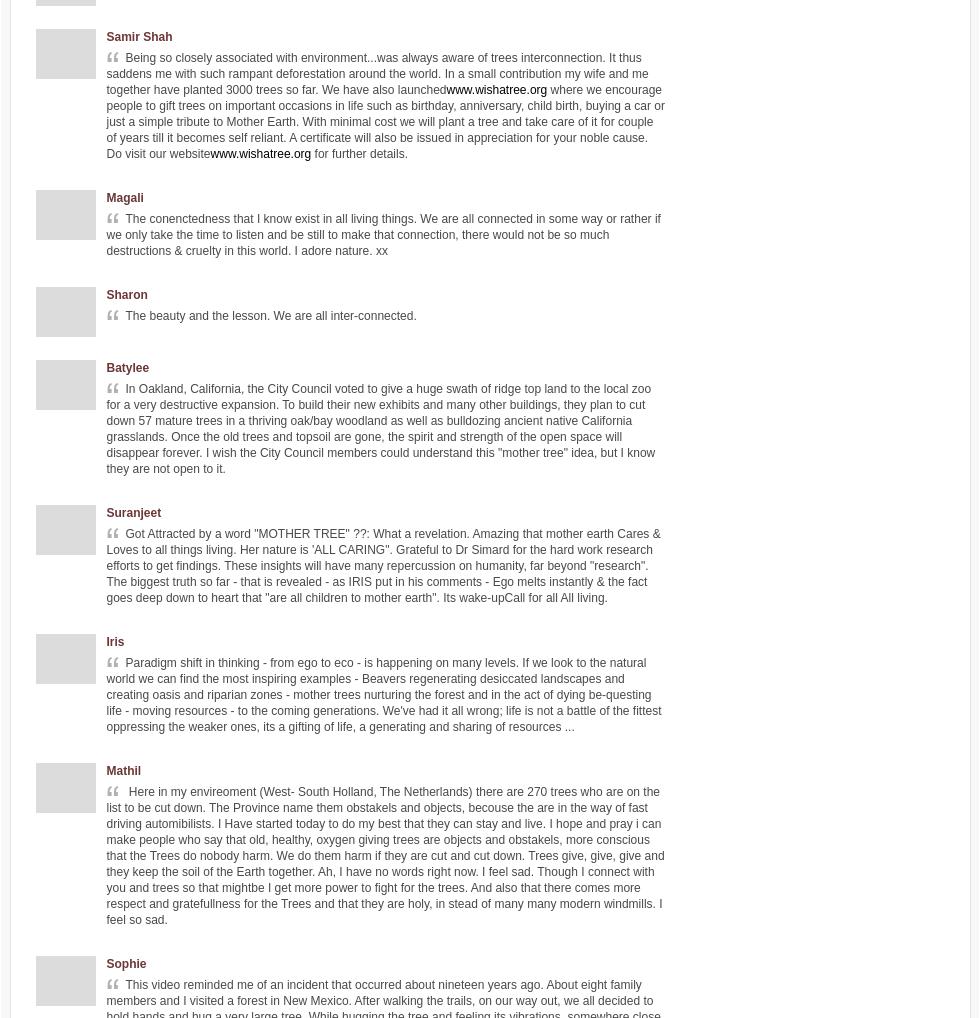 The image size is (980, 1018). I want to click on 'Sharon', so click(125, 295).